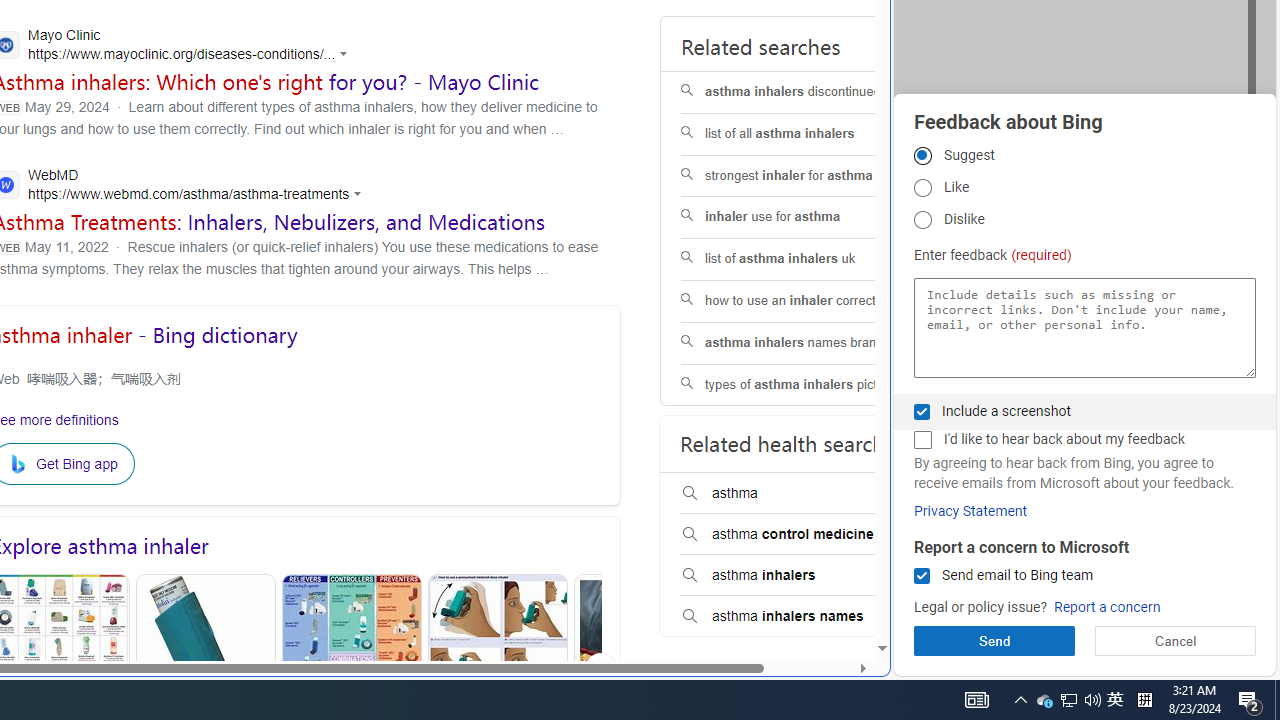  I want to click on 'asthma inhalers names brands', so click(807, 342).